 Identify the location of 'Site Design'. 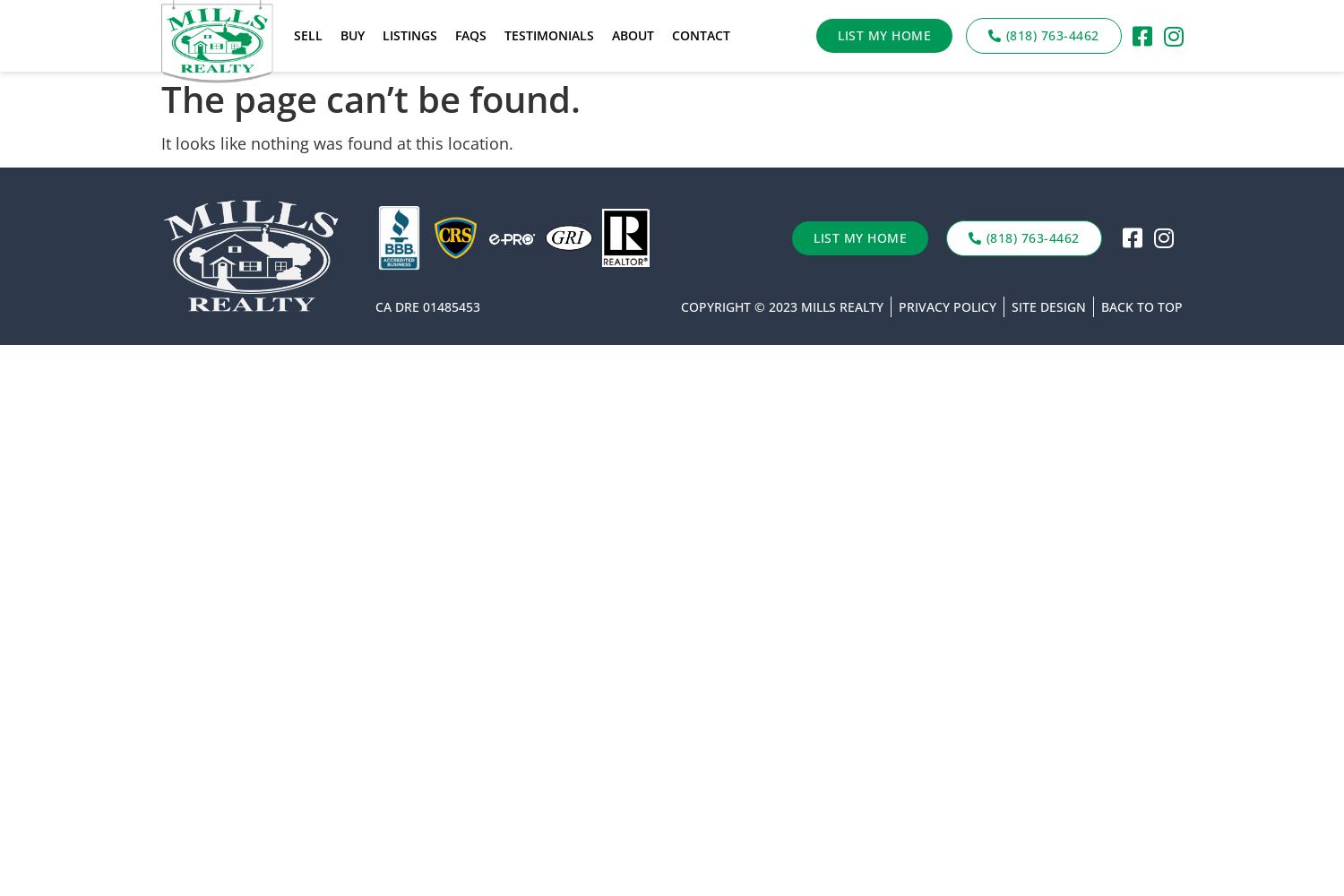
(1047, 305).